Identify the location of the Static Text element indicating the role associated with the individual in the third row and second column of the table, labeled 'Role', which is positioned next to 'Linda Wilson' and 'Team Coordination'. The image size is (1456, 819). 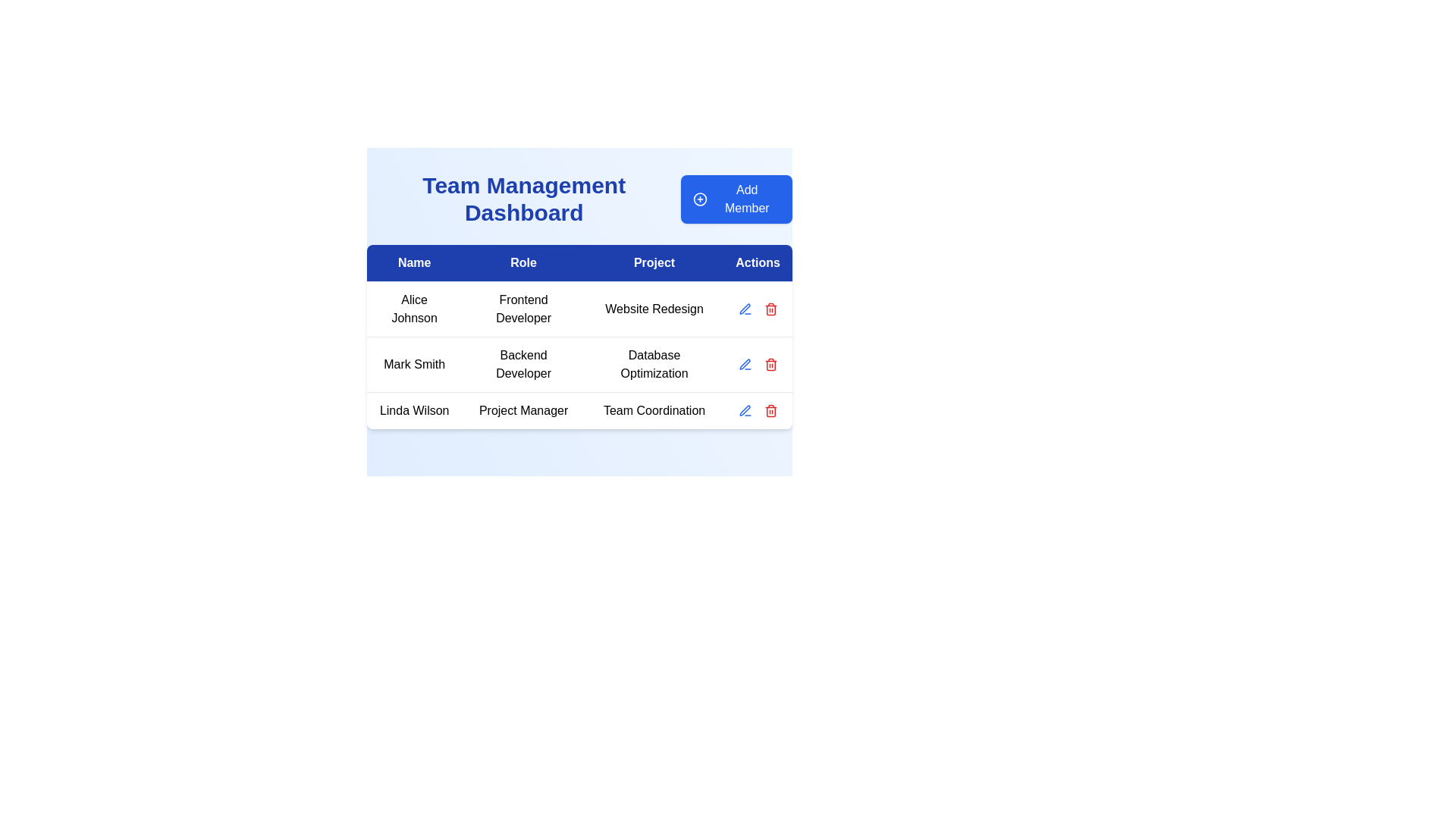
(523, 410).